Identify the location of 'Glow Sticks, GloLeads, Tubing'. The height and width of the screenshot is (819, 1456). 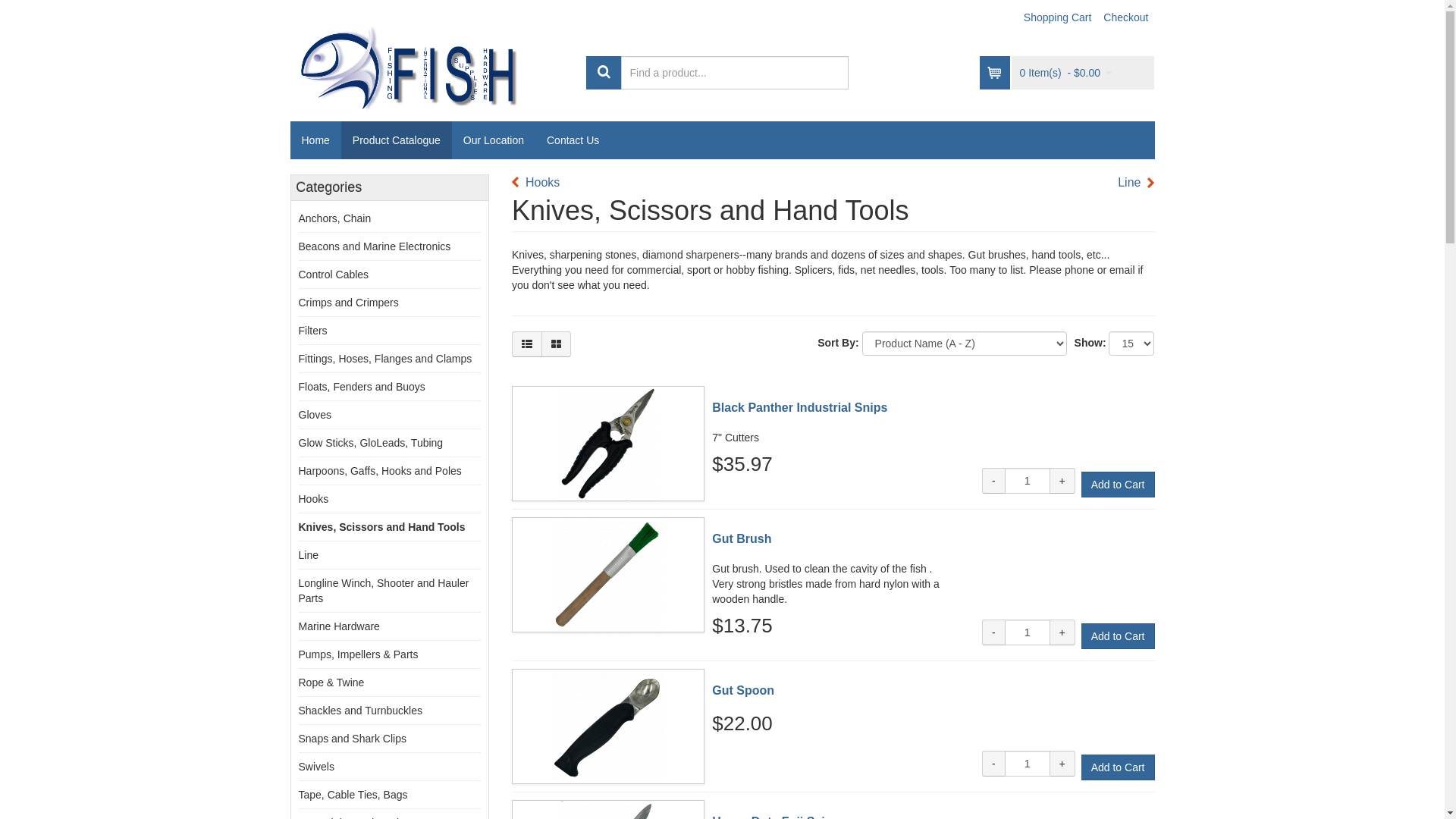
(371, 442).